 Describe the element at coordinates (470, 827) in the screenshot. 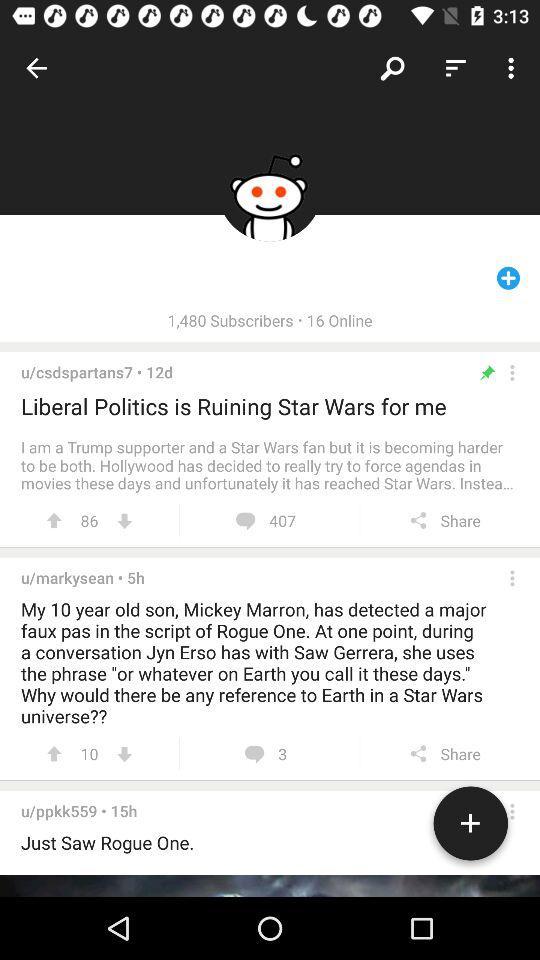

I see `the add icon` at that location.